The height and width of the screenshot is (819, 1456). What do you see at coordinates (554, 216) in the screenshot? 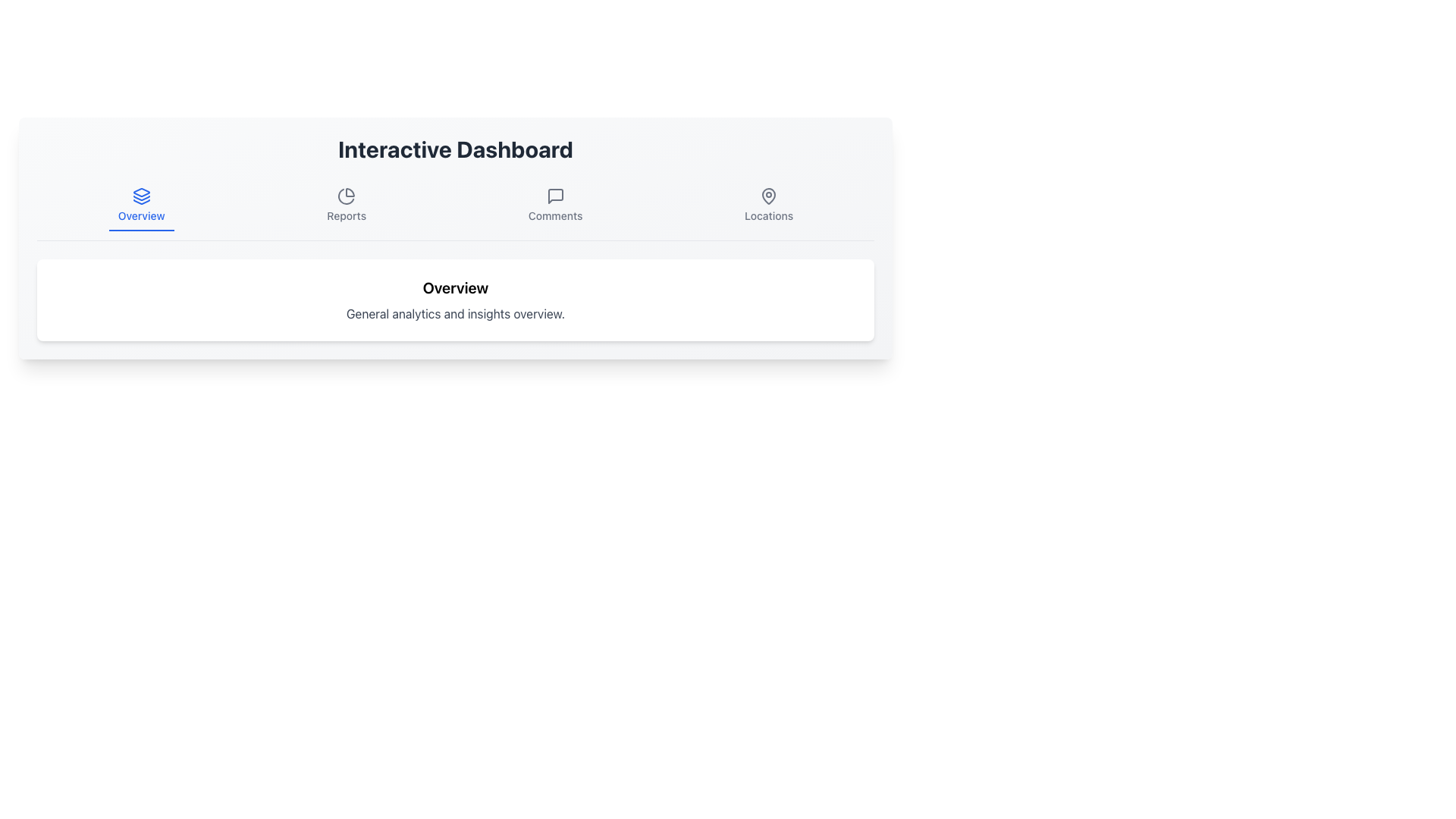
I see `the text label displaying 'Comments', which is located below the speech bubble icon in the middle of the horizontal menu bar` at bounding box center [554, 216].